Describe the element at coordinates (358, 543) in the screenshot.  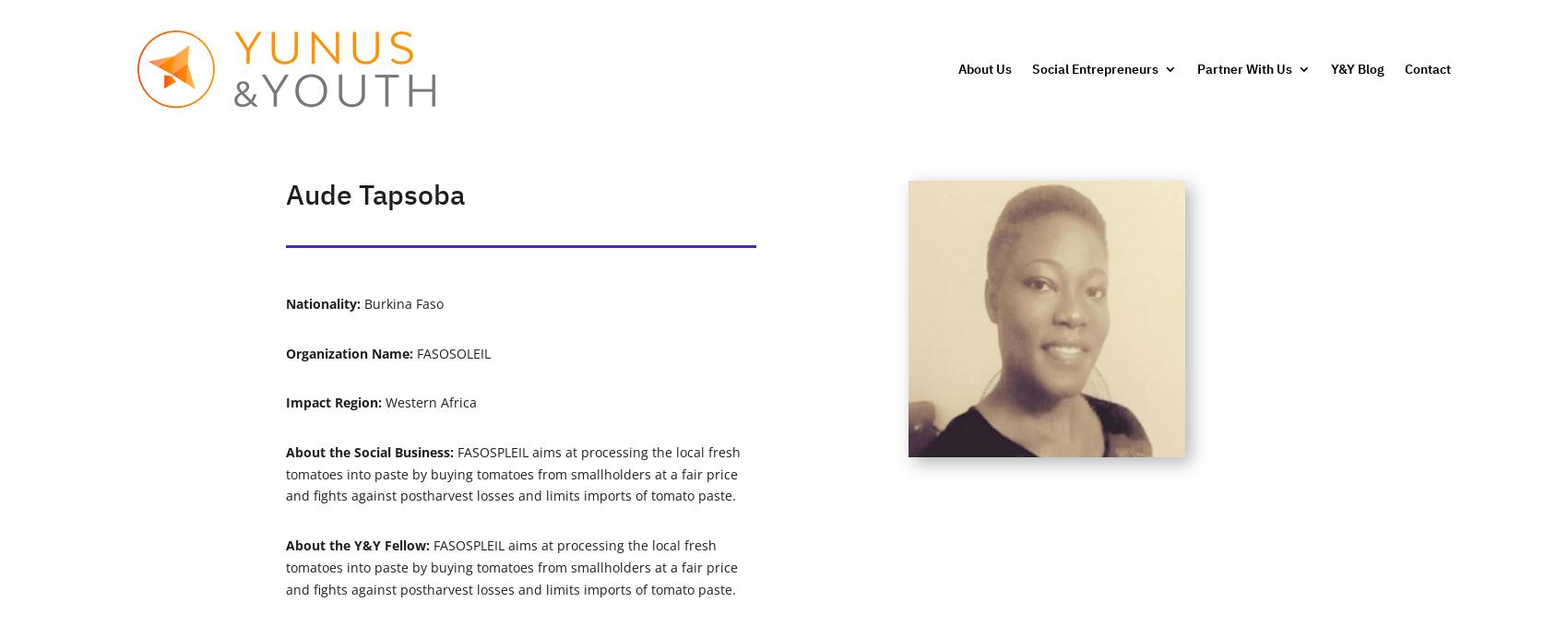
I see `'About the Y&Y Fellow:'` at that location.